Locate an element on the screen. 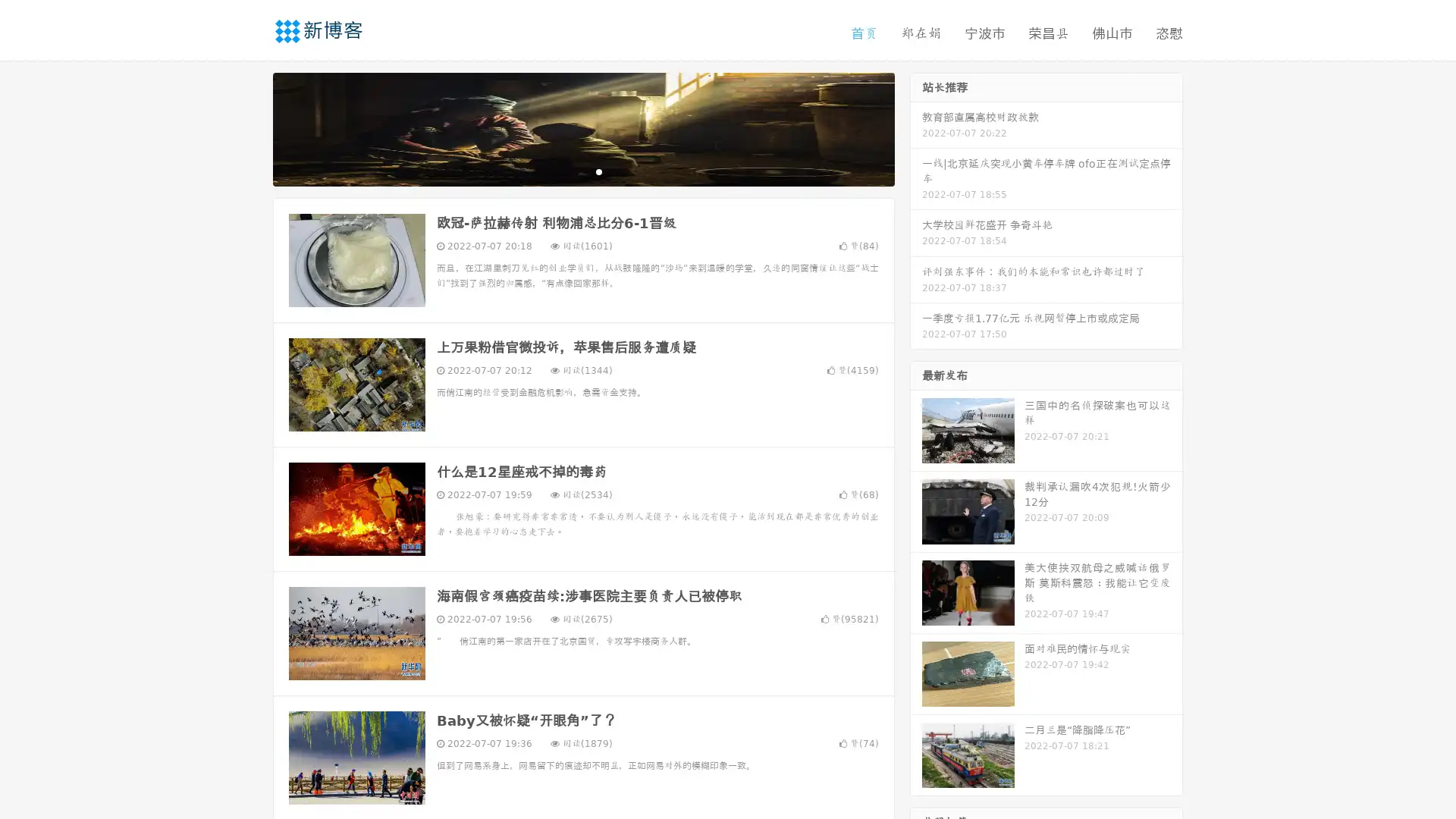  Go to slide 1 is located at coordinates (567, 171).